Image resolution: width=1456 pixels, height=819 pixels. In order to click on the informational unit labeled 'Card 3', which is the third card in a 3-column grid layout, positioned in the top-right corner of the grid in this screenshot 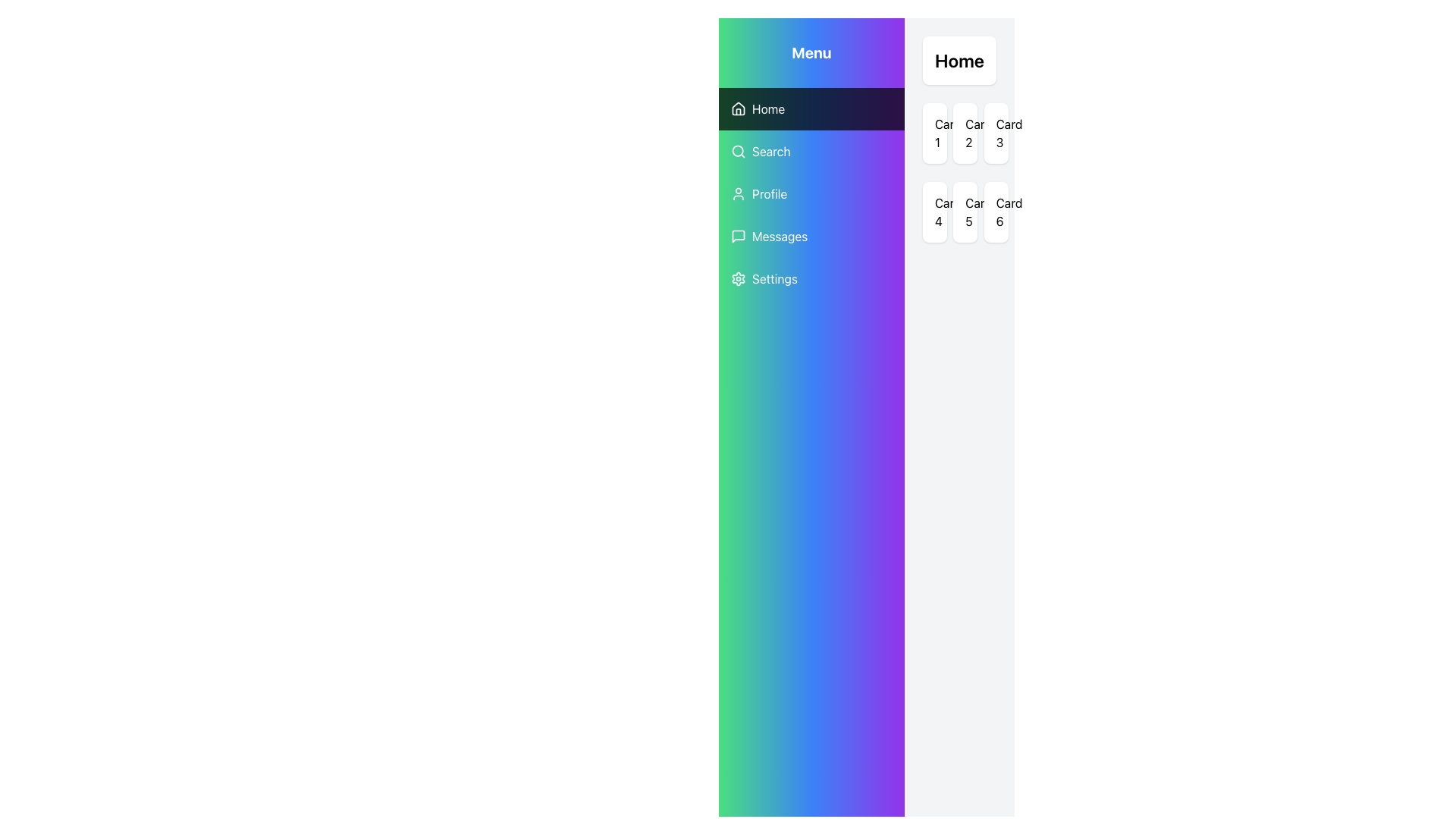, I will do `click(996, 133)`.